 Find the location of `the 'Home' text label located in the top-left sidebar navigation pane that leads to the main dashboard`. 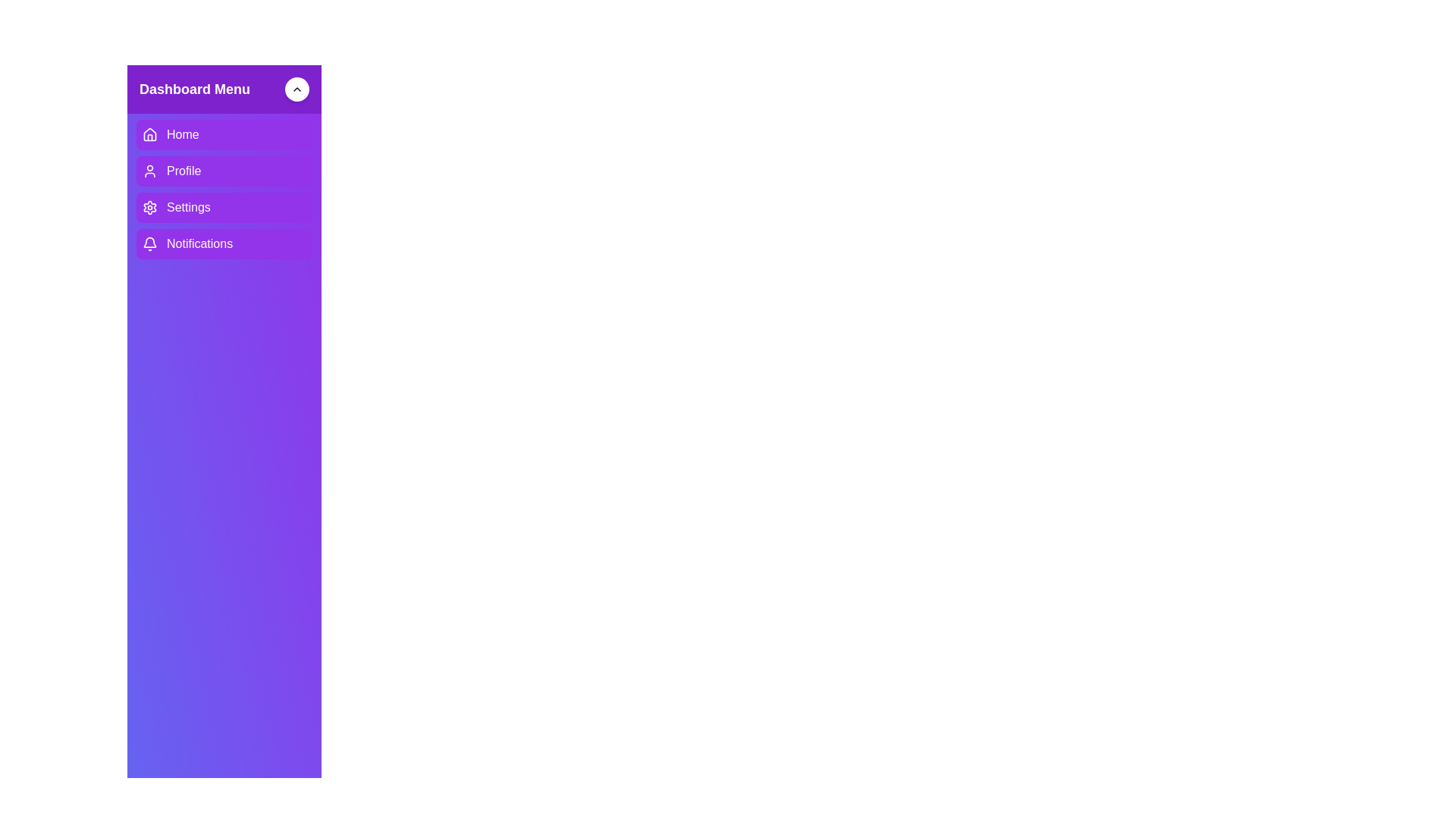

the 'Home' text label located in the top-left sidebar navigation pane that leads to the main dashboard is located at coordinates (182, 133).